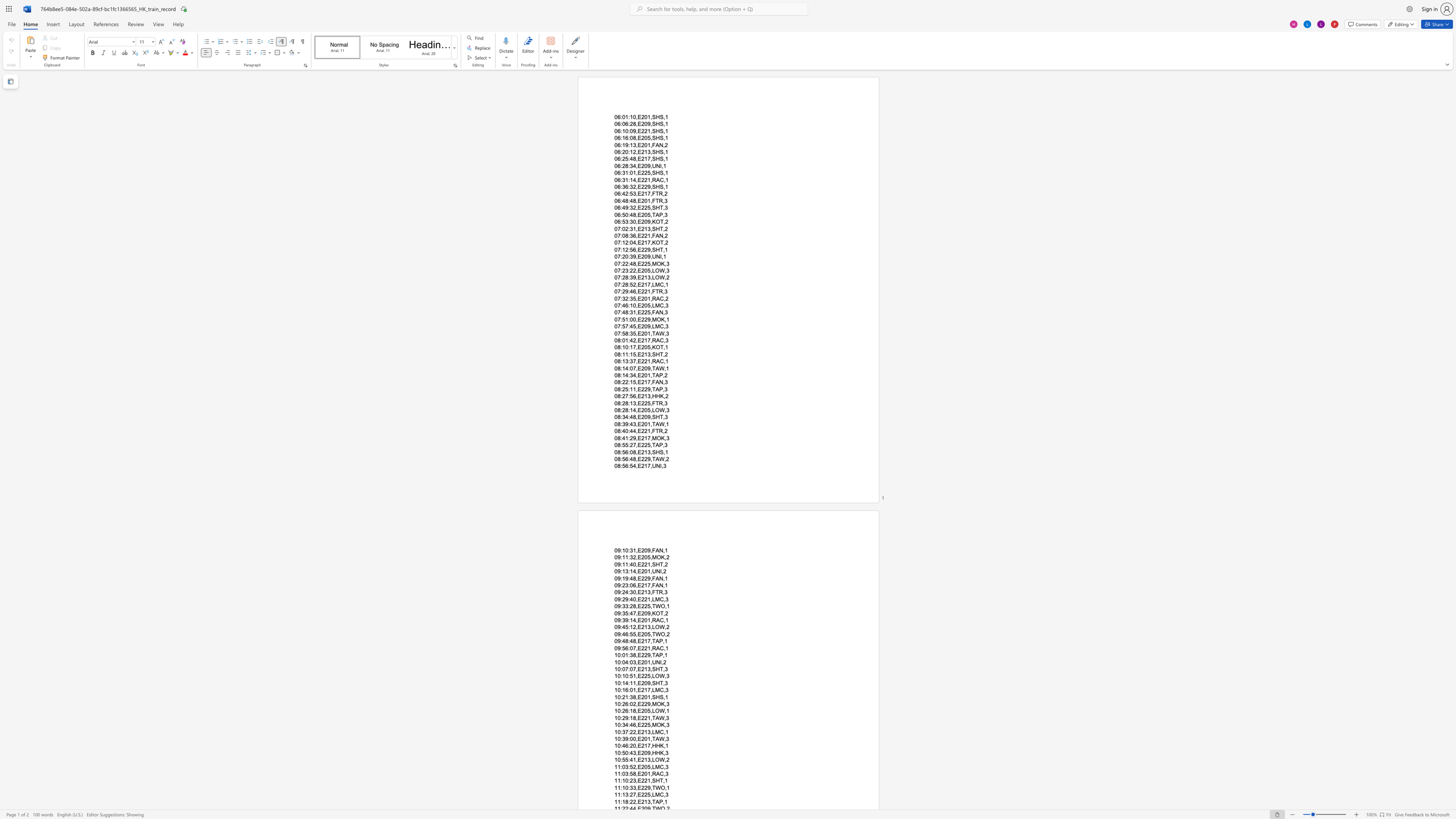  What do you see at coordinates (635, 437) in the screenshot?
I see `the subset text ",E217" within the text "08:41:29,E217,MOK,3"` at bounding box center [635, 437].